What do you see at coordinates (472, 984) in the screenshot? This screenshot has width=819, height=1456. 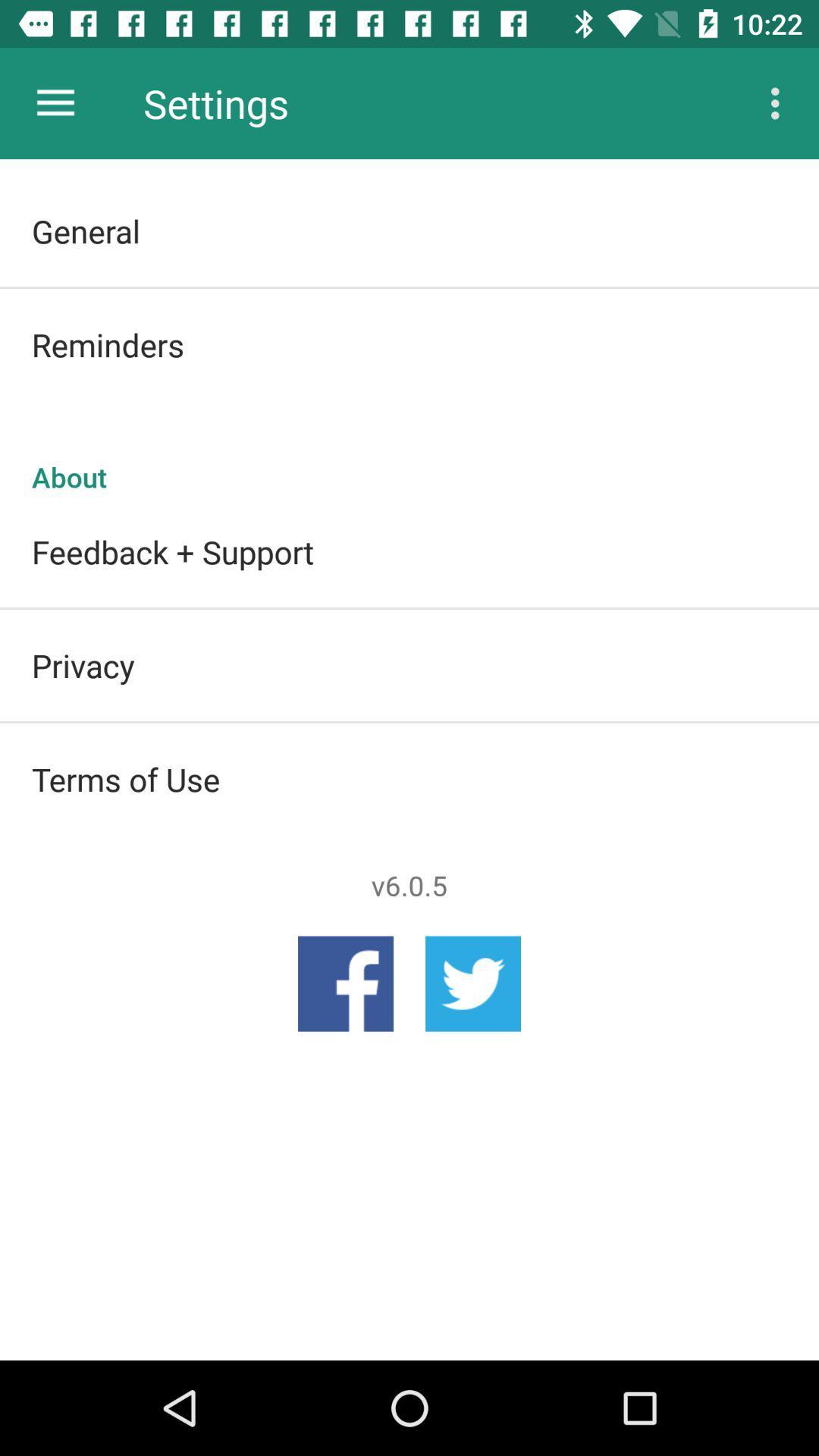 I see `visit twitter page` at bounding box center [472, 984].